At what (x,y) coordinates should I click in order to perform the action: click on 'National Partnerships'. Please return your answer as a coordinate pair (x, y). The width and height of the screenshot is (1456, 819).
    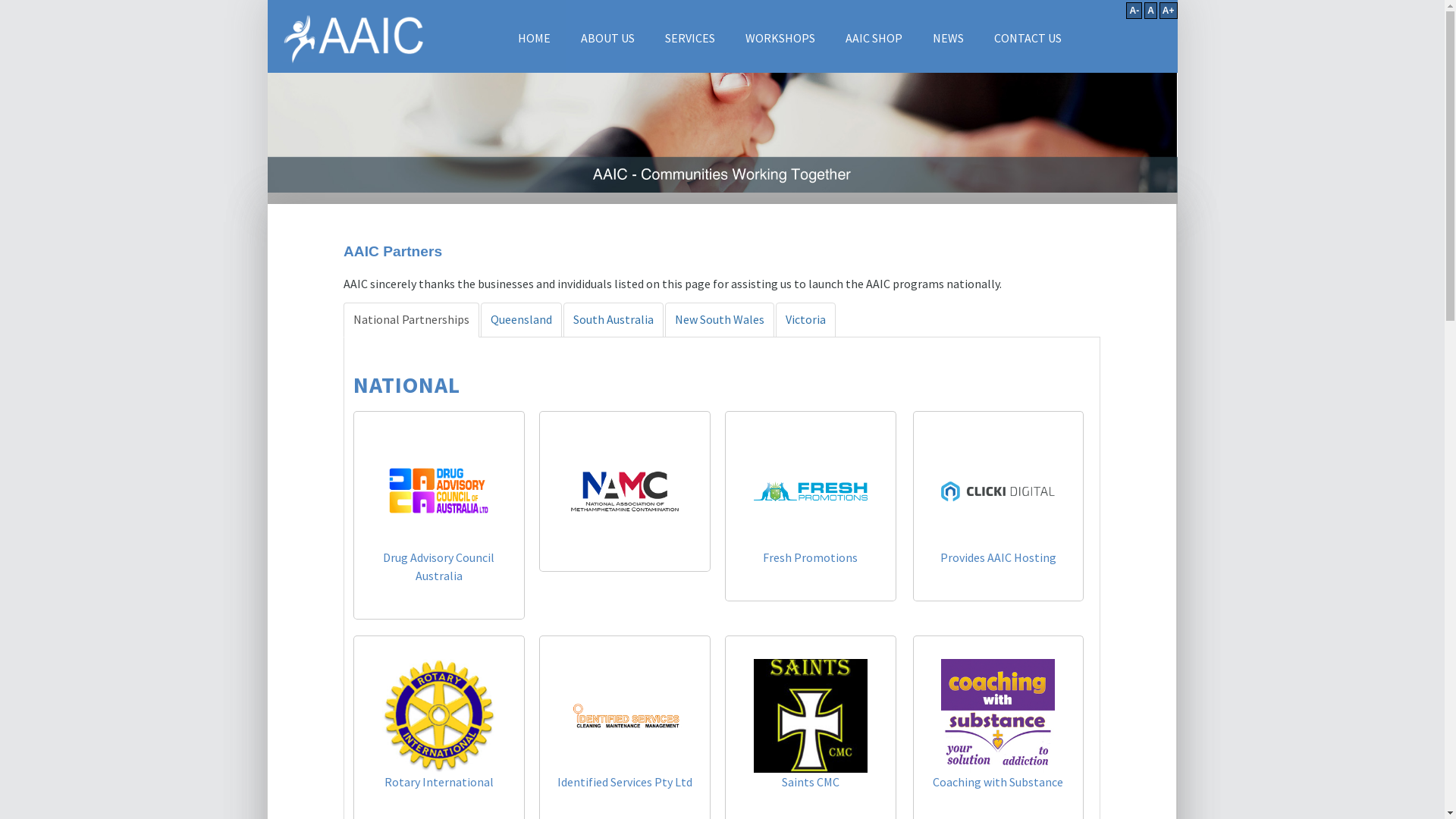
    Looking at the image, I should click on (411, 318).